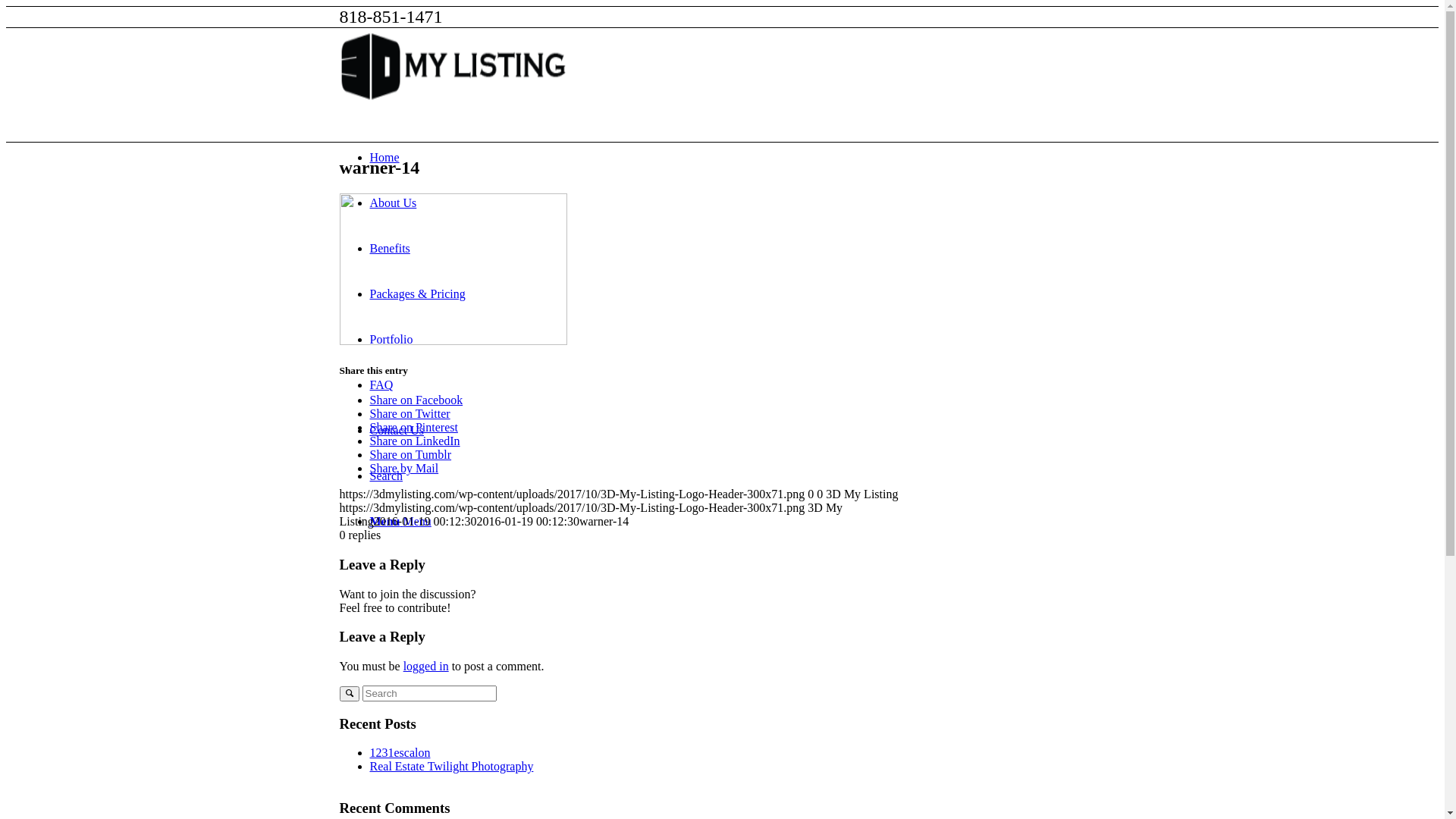  Describe the element at coordinates (397, 430) in the screenshot. I see `'Contact Us'` at that location.